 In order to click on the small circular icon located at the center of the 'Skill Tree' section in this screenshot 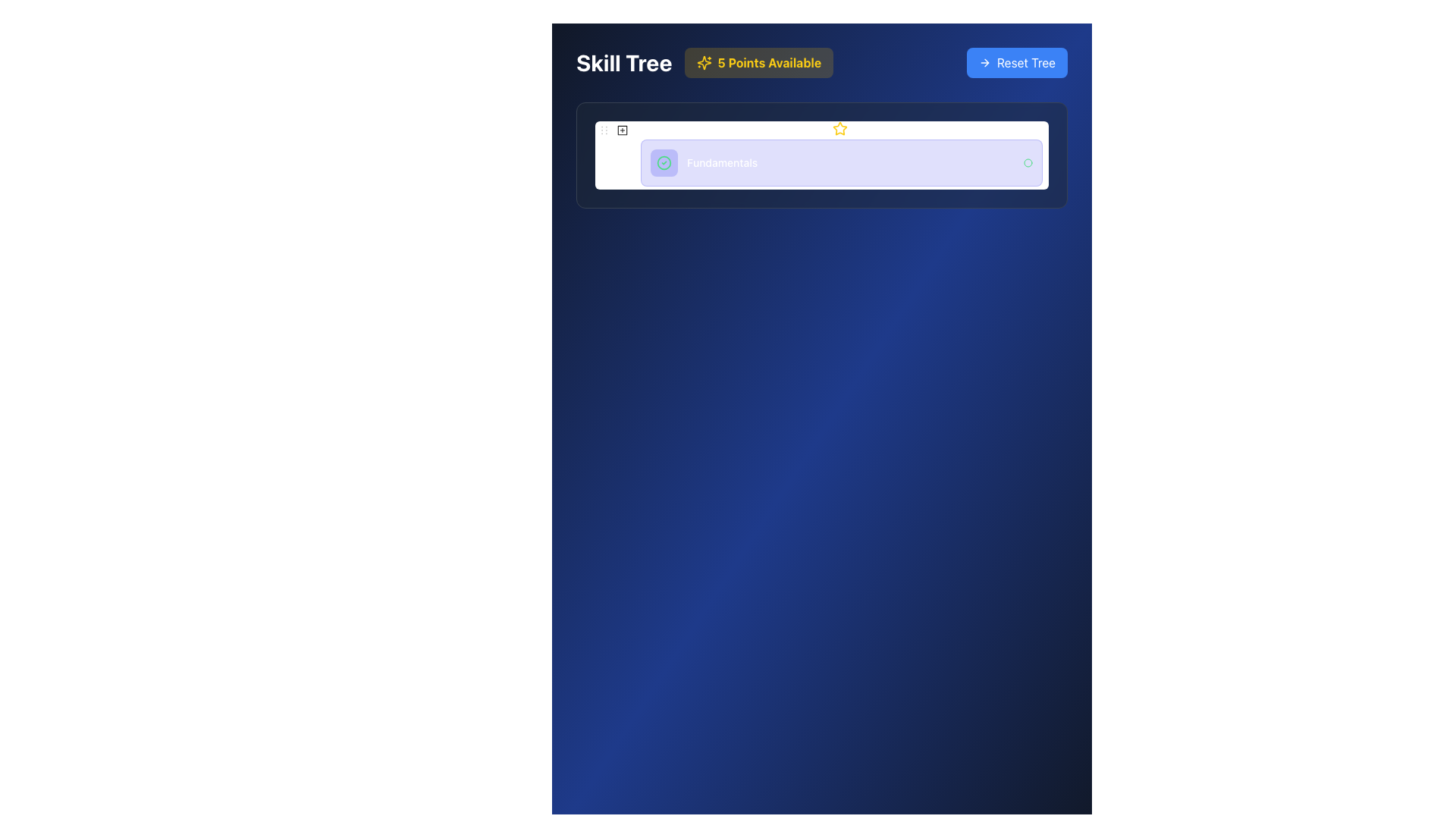, I will do `click(603, 129)`.